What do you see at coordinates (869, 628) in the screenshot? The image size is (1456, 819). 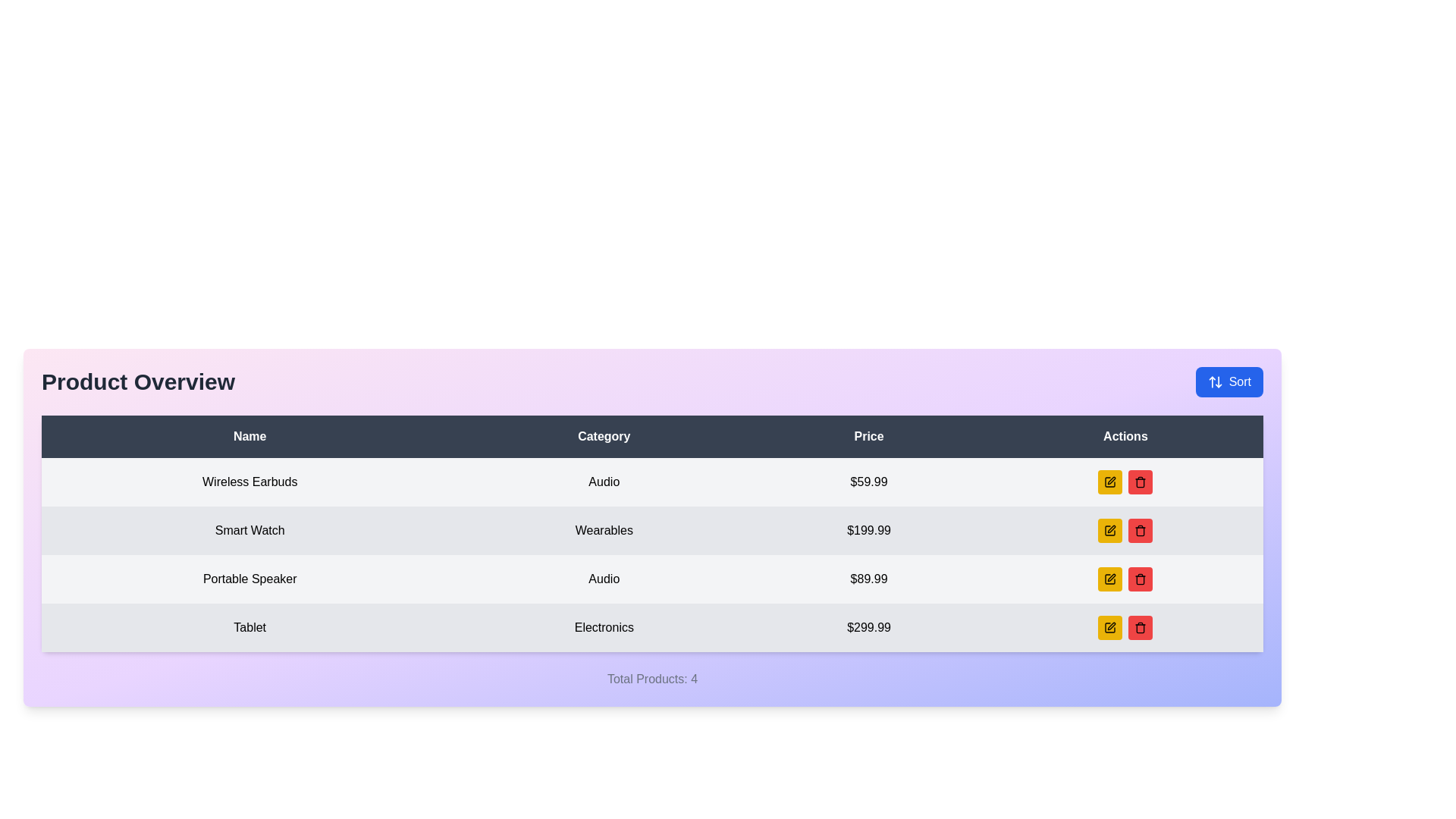 I see `the static text element displaying the price of the tablet, which is located in the fourth row under the 'Price' column of the table` at bounding box center [869, 628].